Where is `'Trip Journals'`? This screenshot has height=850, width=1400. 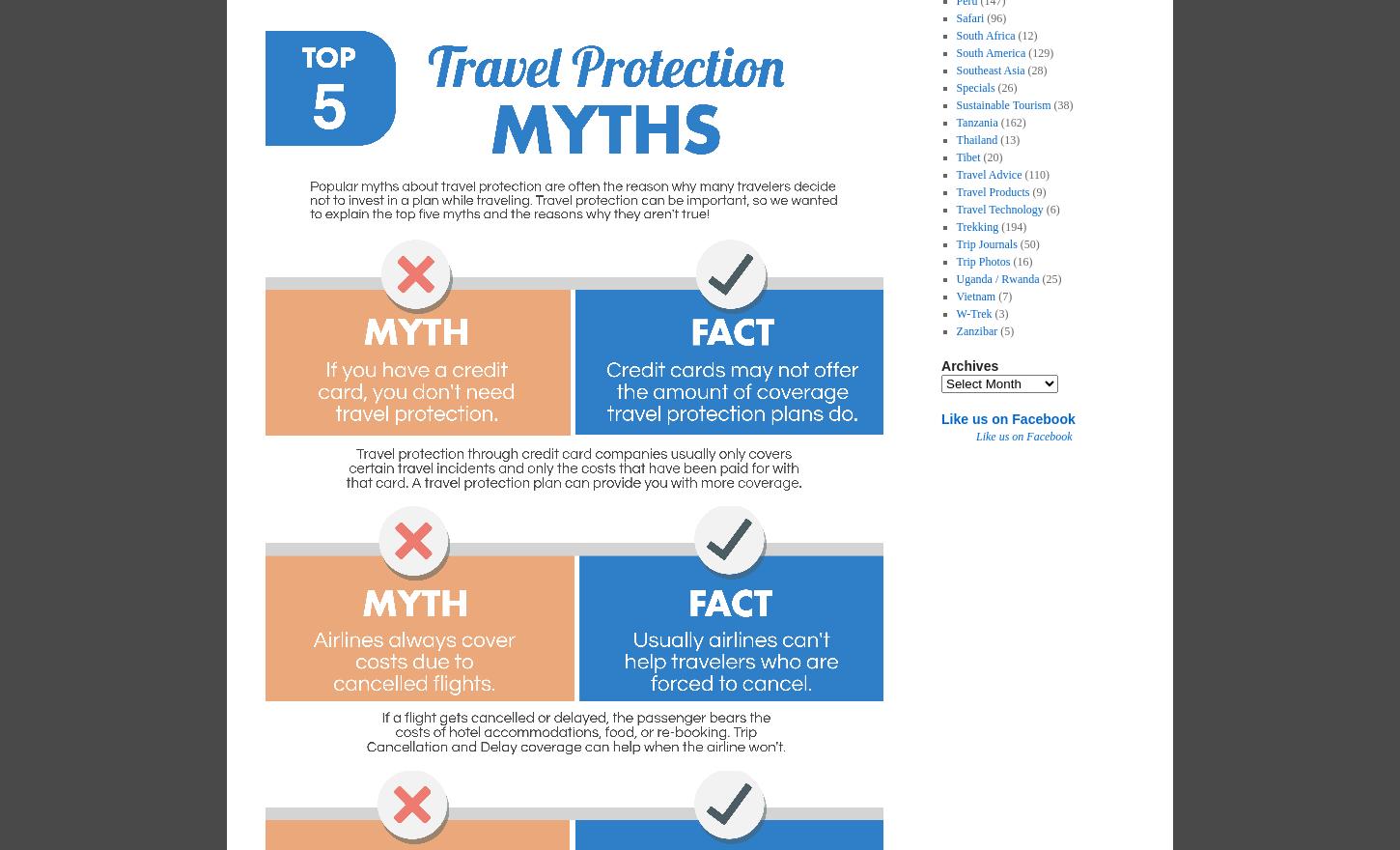 'Trip Journals' is located at coordinates (986, 242).